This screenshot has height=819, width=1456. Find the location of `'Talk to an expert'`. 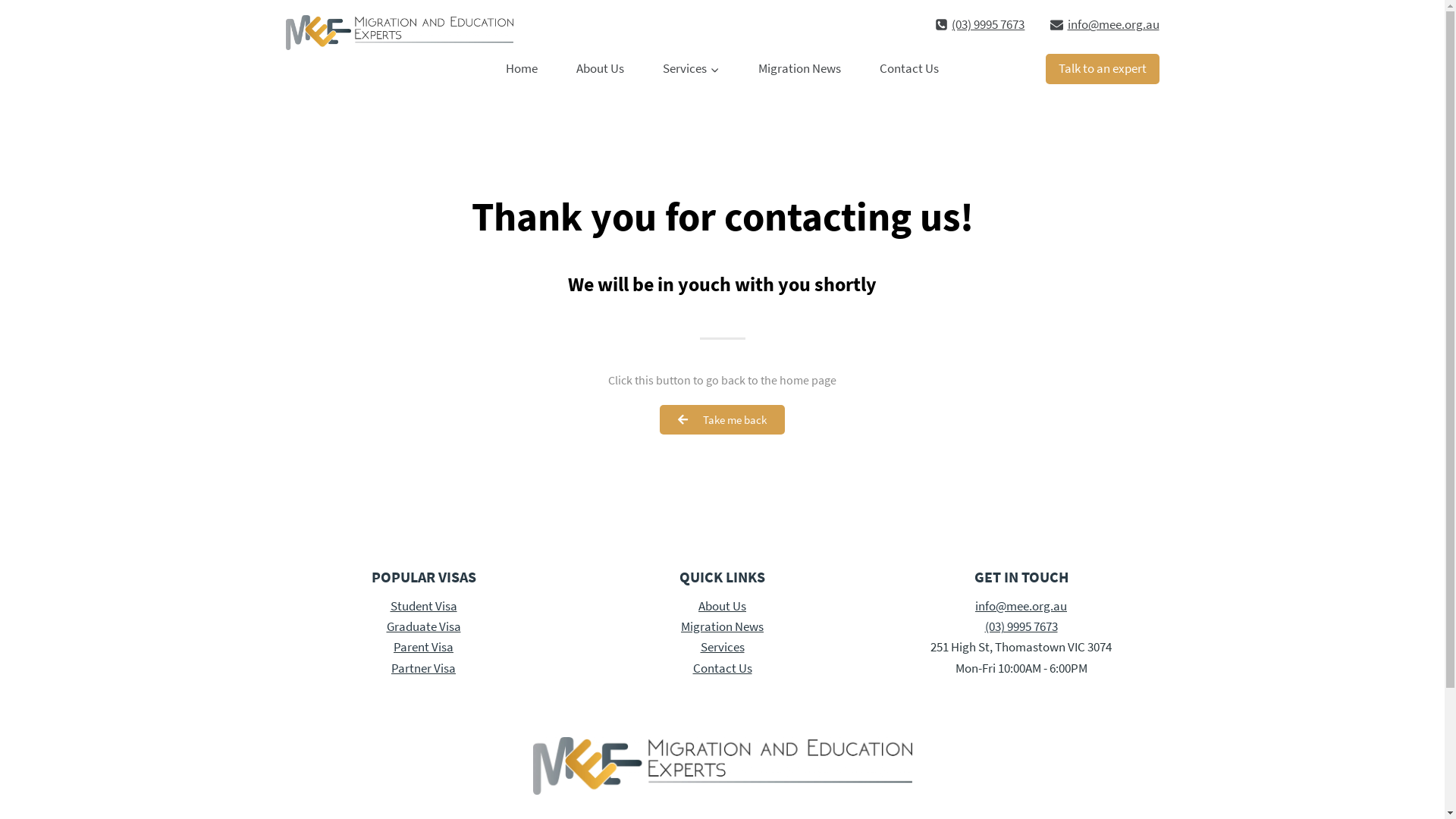

'Talk to an expert' is located at coordinates (1102, 69).